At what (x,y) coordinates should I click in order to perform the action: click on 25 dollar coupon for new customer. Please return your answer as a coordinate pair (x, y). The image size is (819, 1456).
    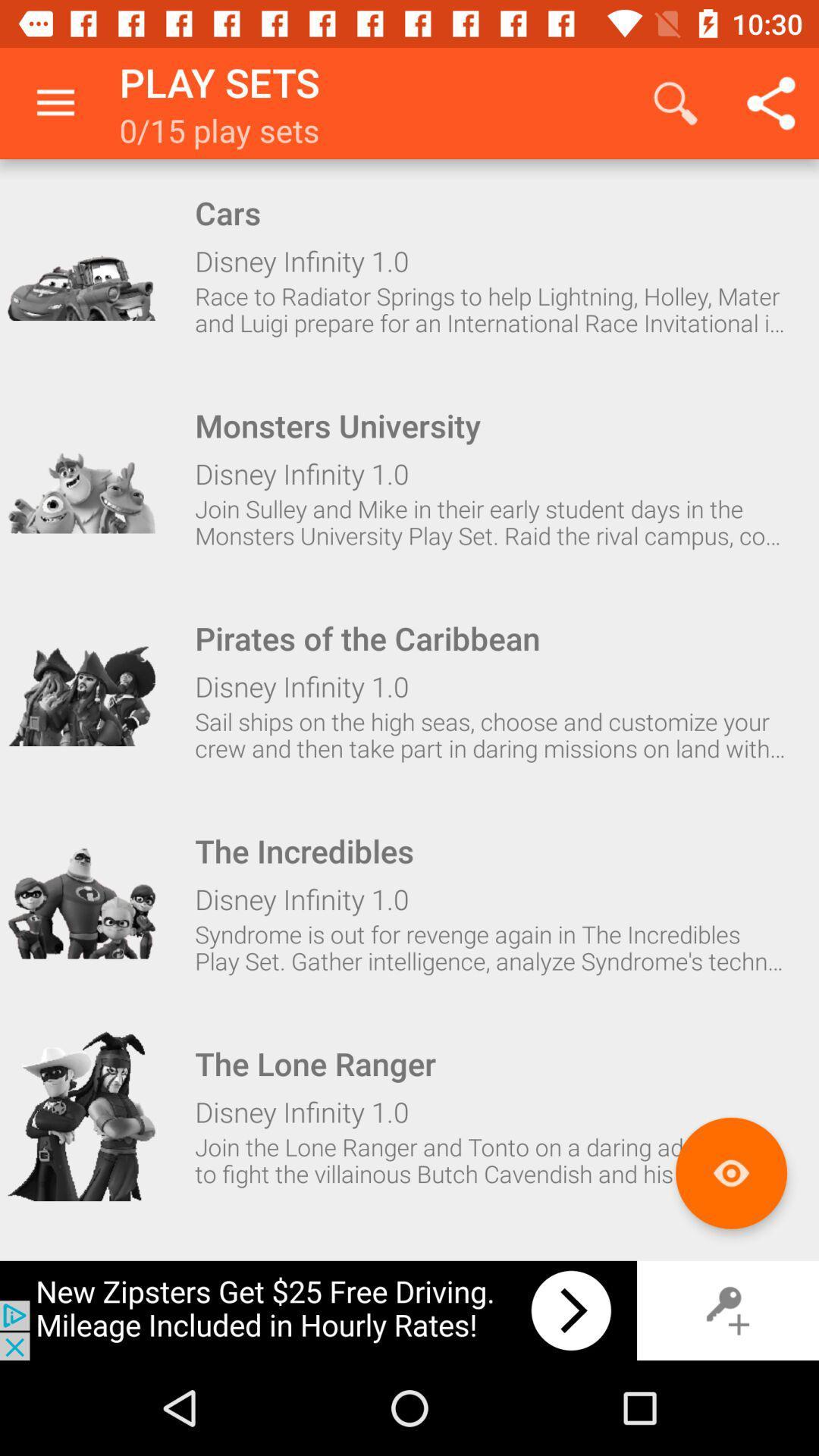
    Looking at the image, I should click on (318, 1310).